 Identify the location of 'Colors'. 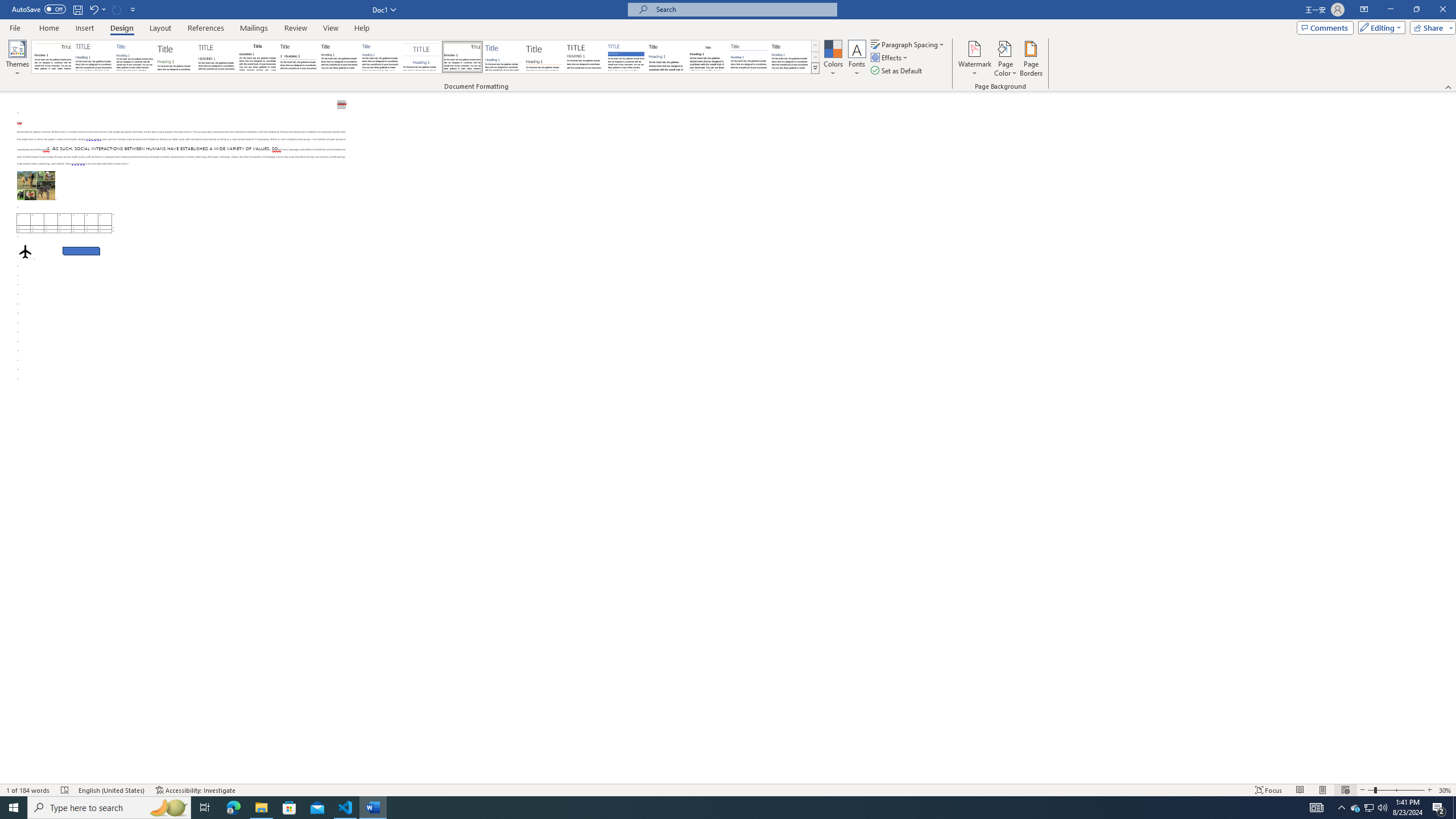
(832, 59).